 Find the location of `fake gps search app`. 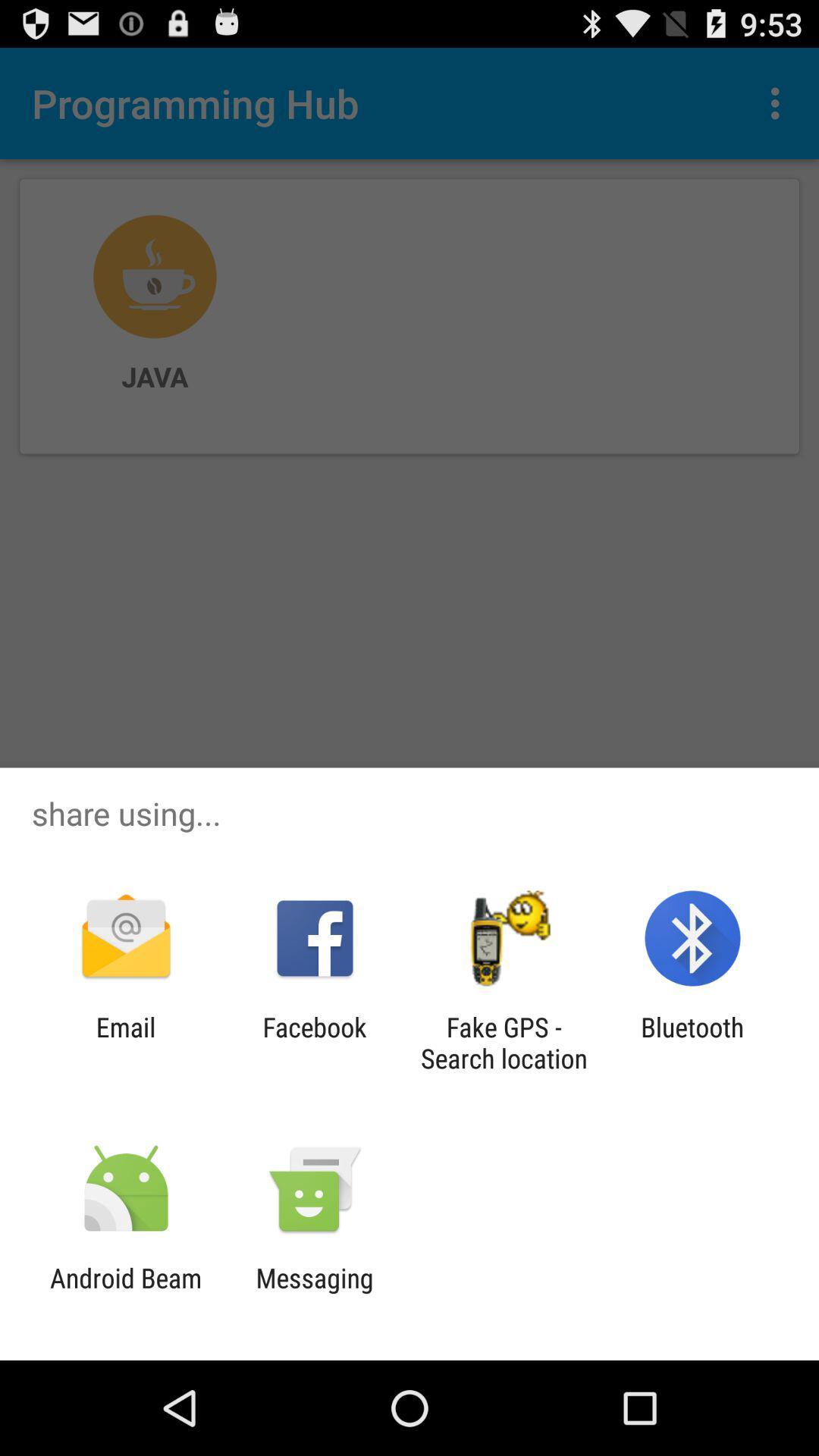

fake gps search app is located at coordinates (504, 1042).